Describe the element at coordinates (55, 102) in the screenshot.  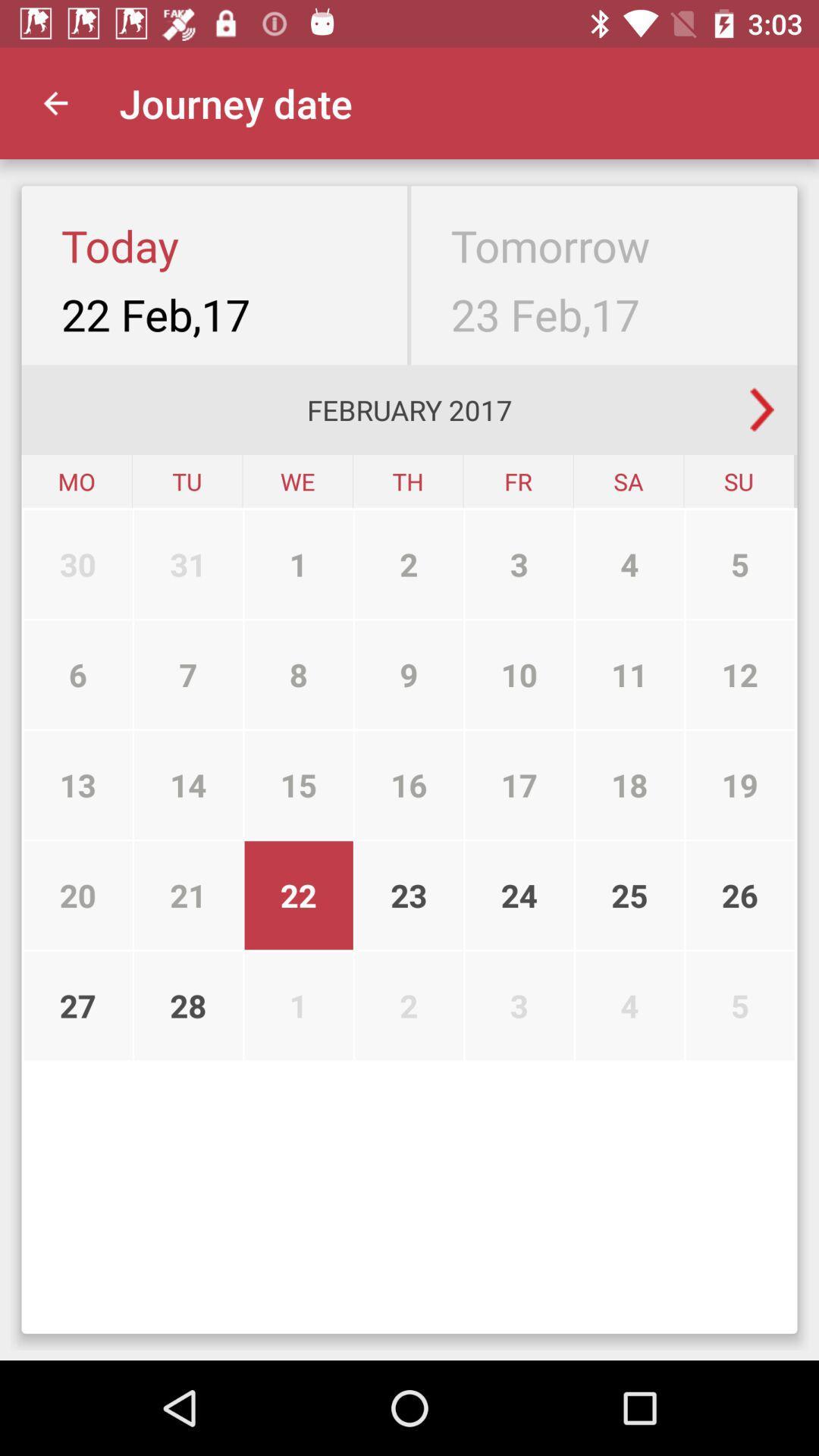
I see `icon above today item` at that location.